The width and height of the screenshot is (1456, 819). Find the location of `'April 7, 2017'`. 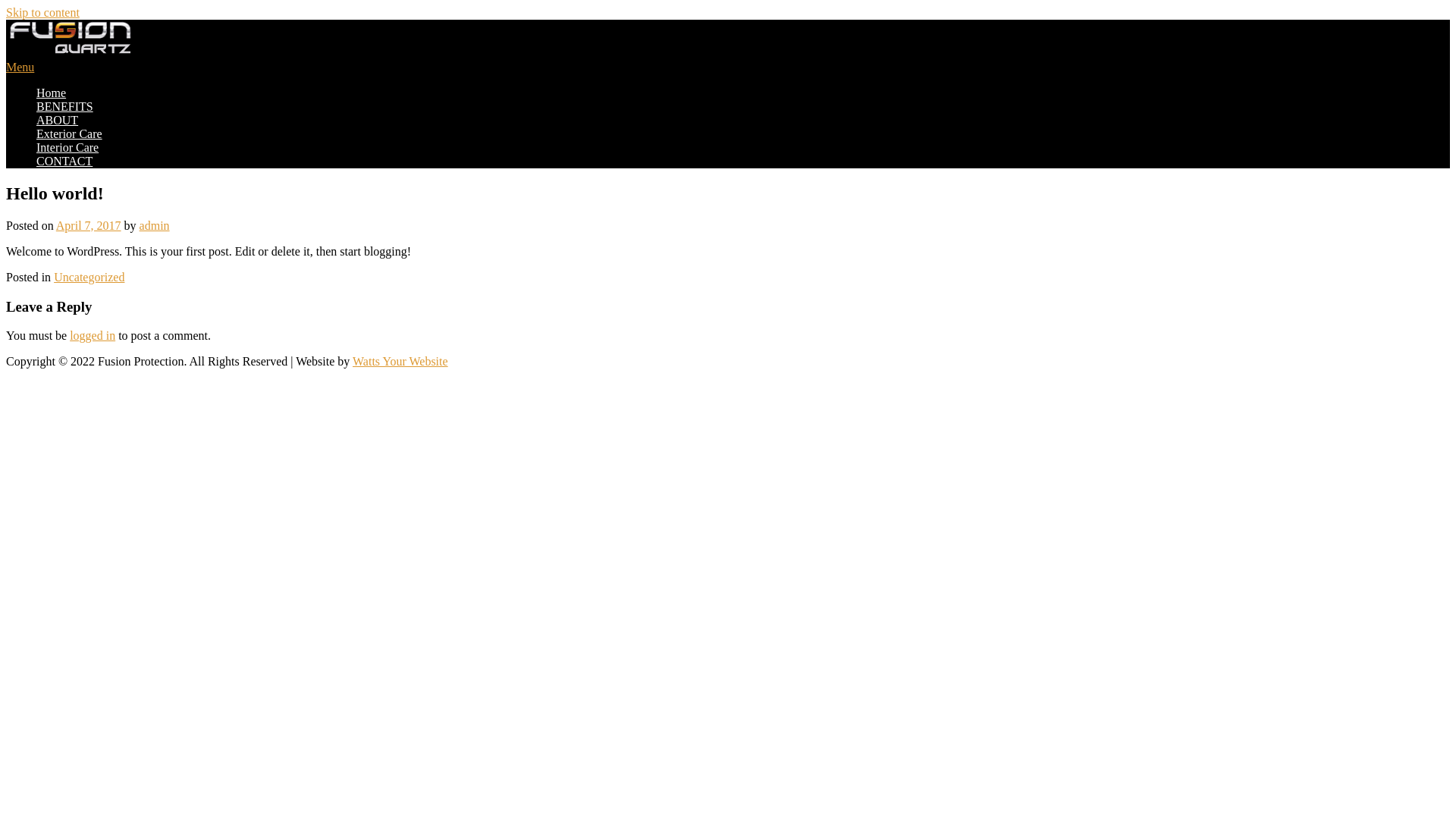

'April 7, 2017' is located at coordinates (55, 225).